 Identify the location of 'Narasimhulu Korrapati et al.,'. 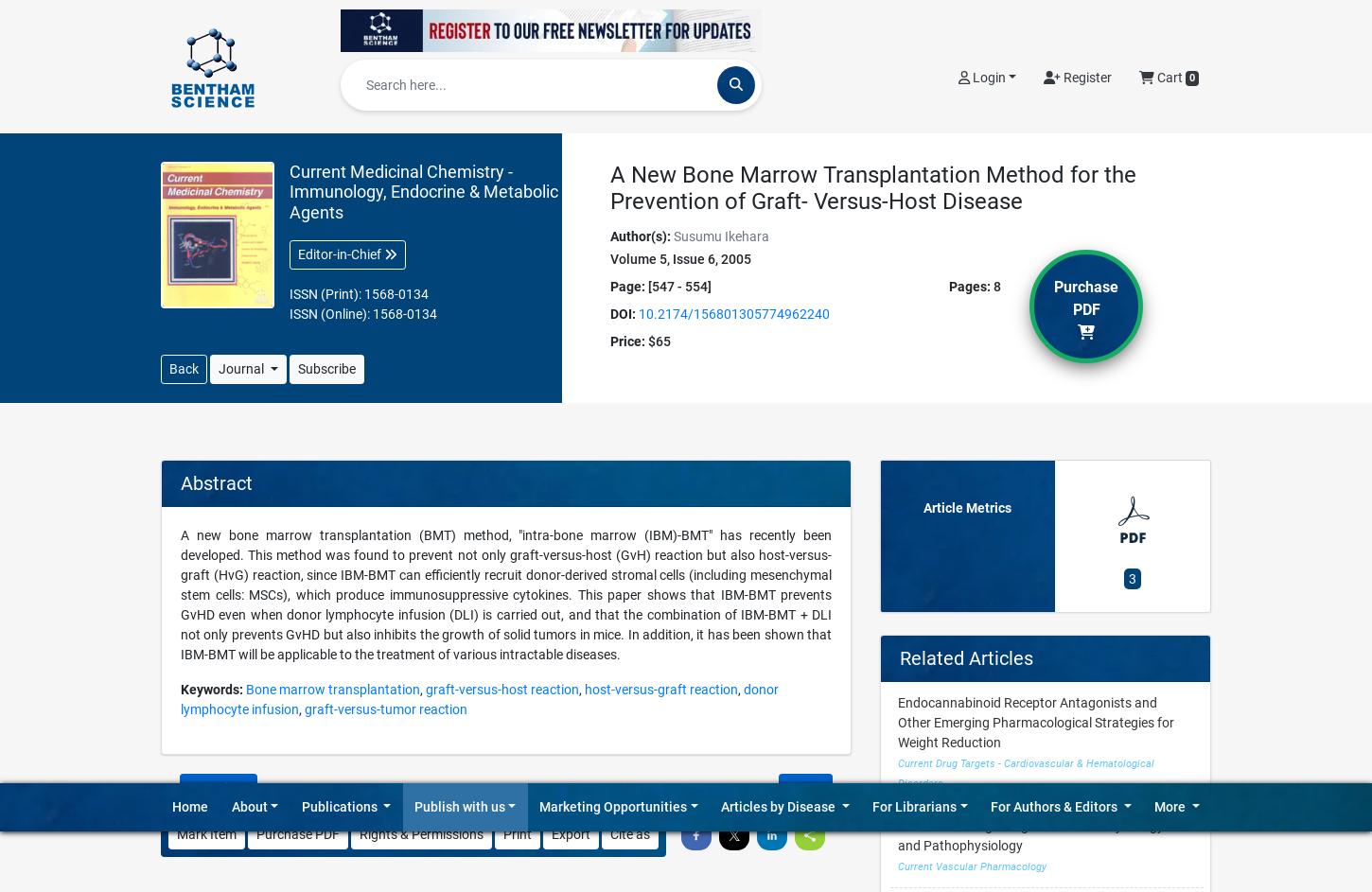
(242, 369).